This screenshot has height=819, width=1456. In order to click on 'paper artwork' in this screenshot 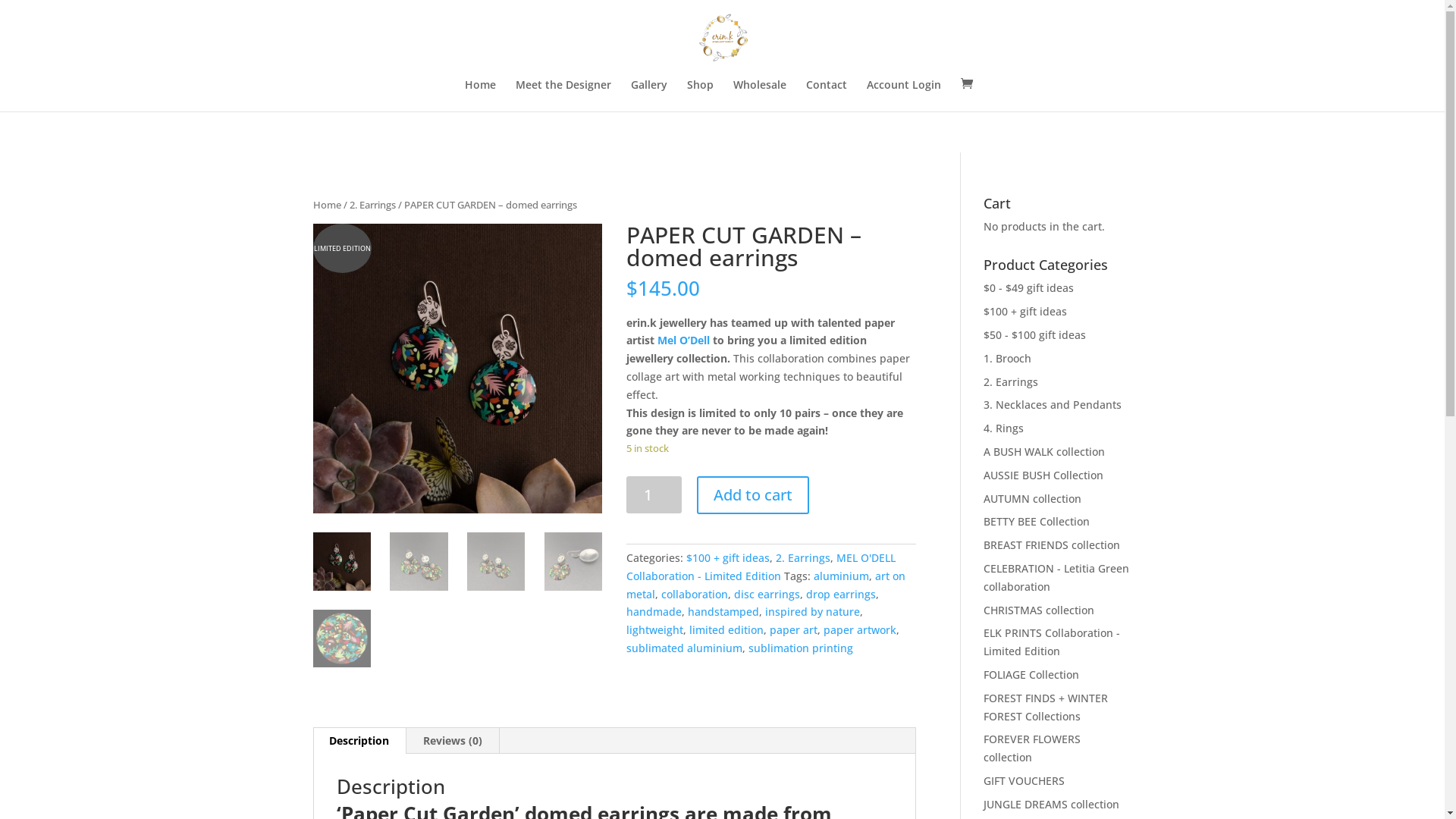, I will do `click(822, 629)`.